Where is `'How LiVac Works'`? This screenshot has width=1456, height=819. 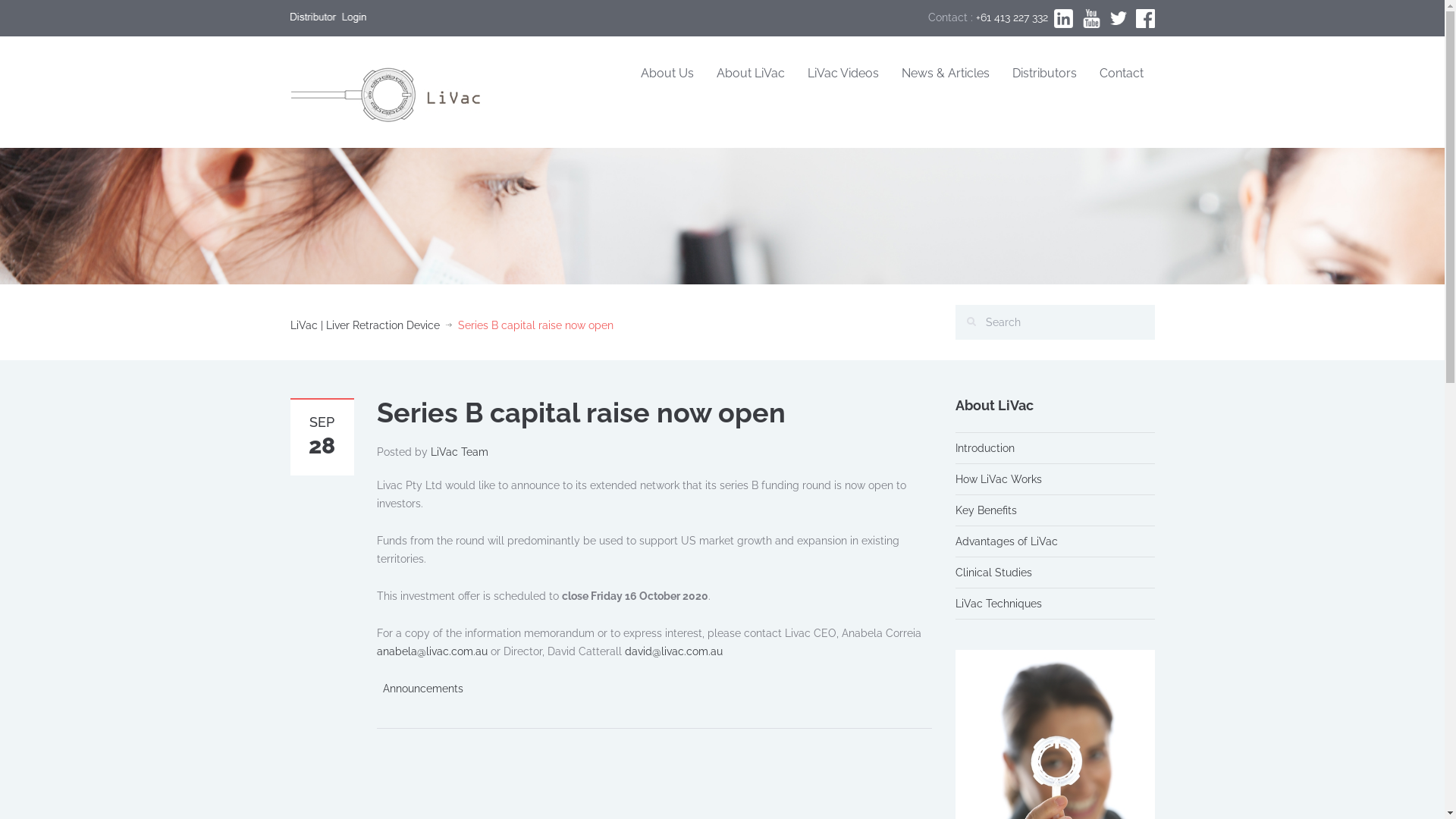
'How LiVac Works' is located at coordinates (998, 479).